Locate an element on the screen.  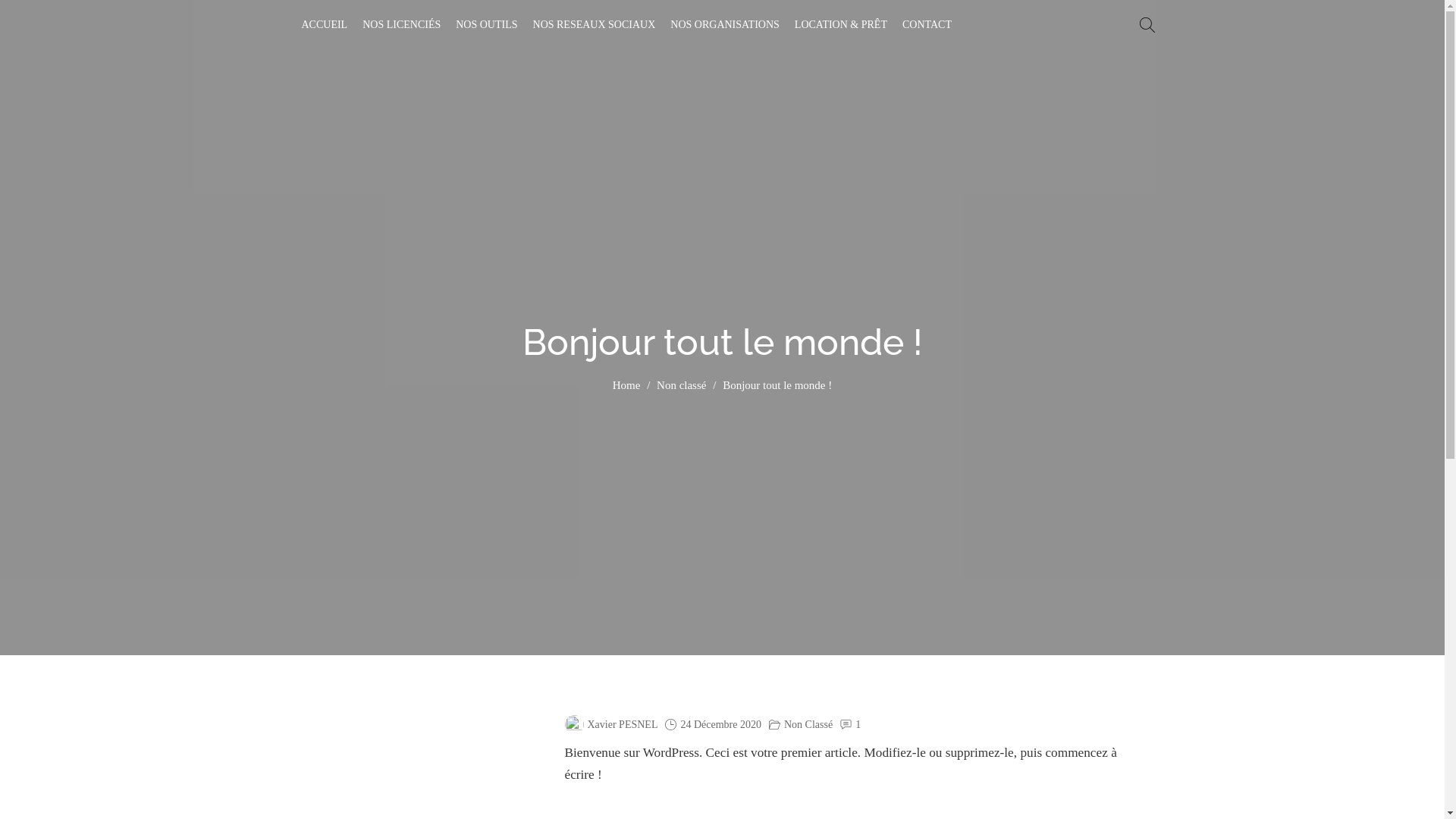
'Home' is located at coordinates (626, 385).